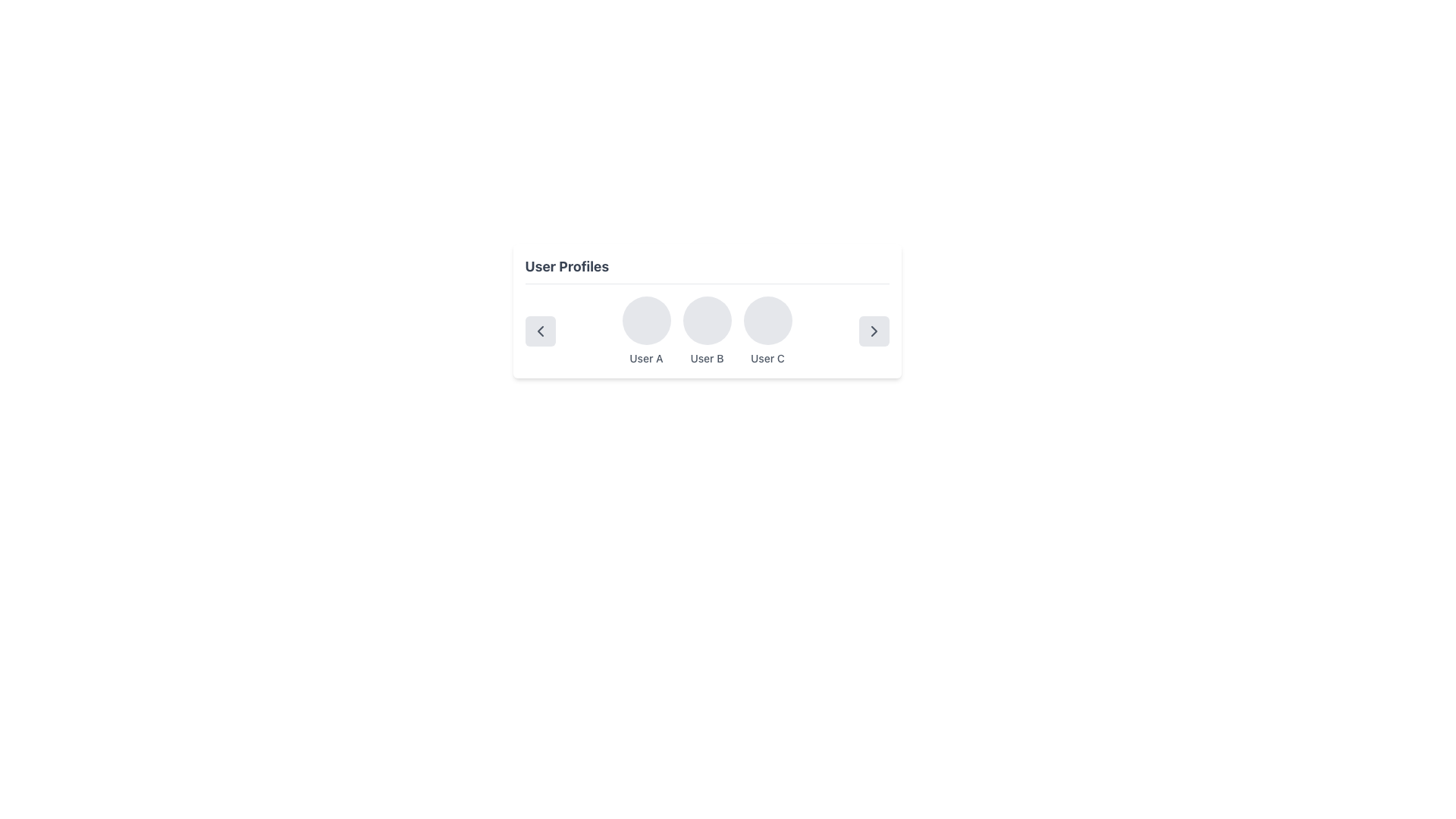 Image resolution: width=1456 pixels, height=819 pixels. I want to click on user profile element representing 'User B' using assistive tools, so click(706, 330).